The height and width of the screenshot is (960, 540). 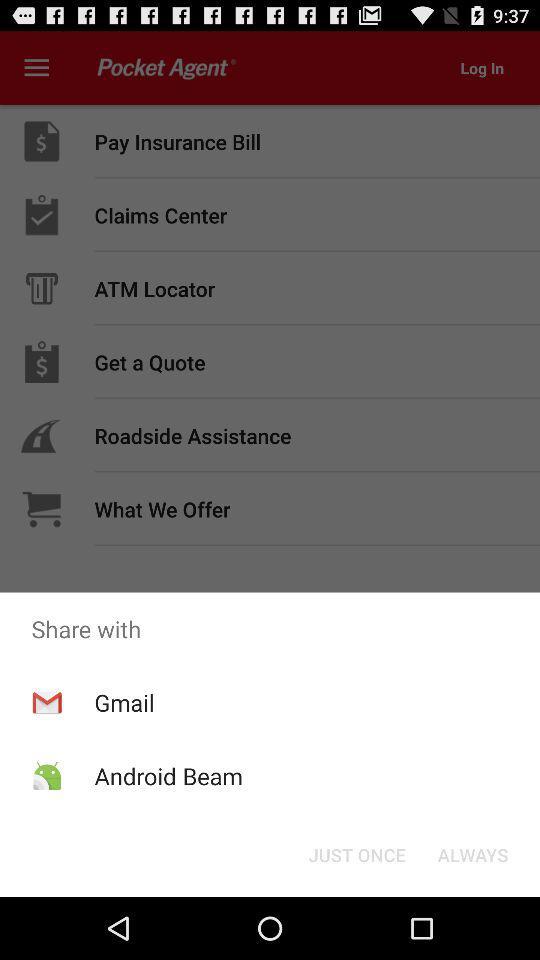 What do you see at coordinates (167, 775) in the screenshot?
I see `the android beam icon` at bounding box center [167, 775].